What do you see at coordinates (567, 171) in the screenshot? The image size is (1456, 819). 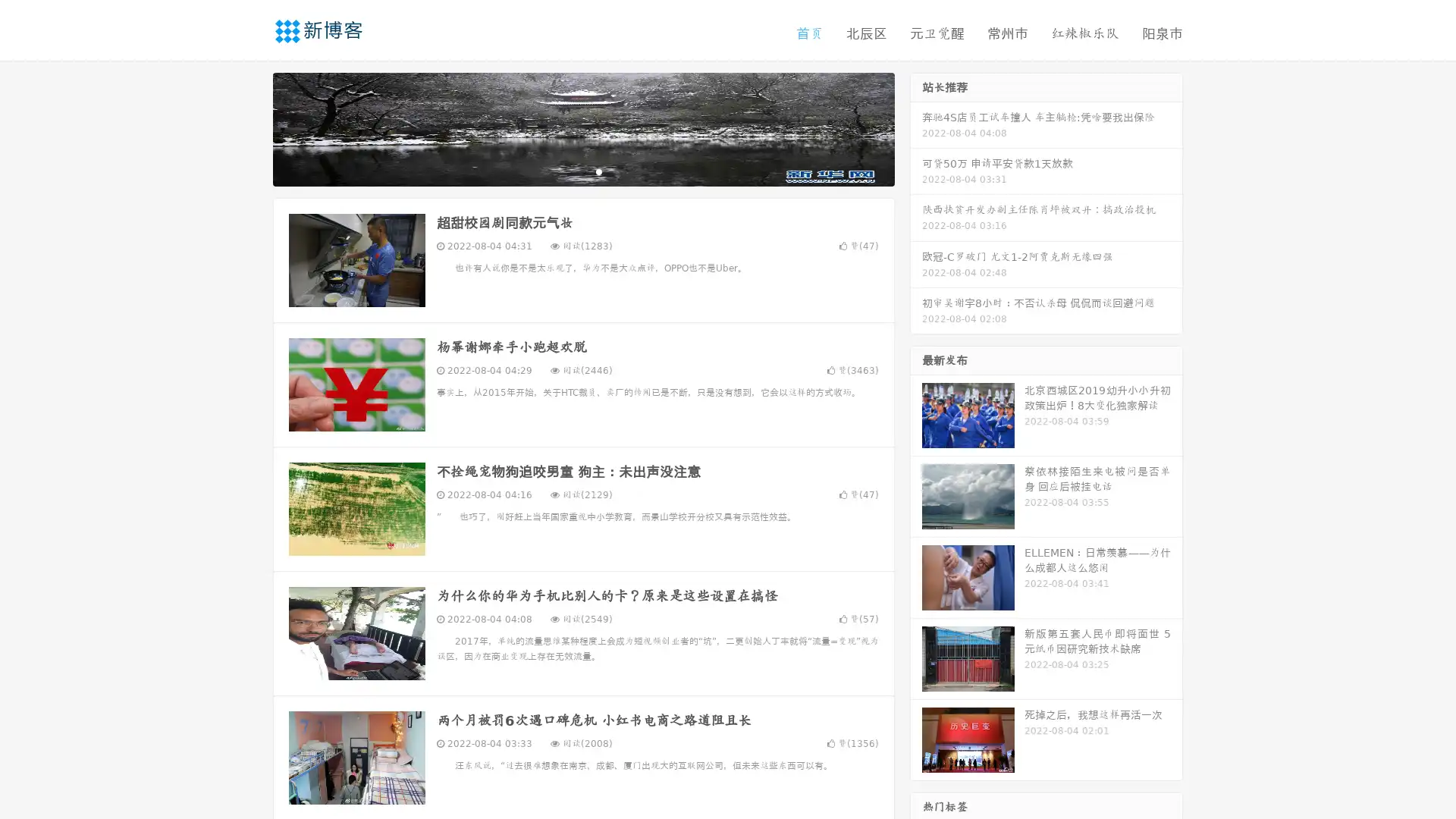 I see `Go to slide 1` at bounding box center [567, 171].